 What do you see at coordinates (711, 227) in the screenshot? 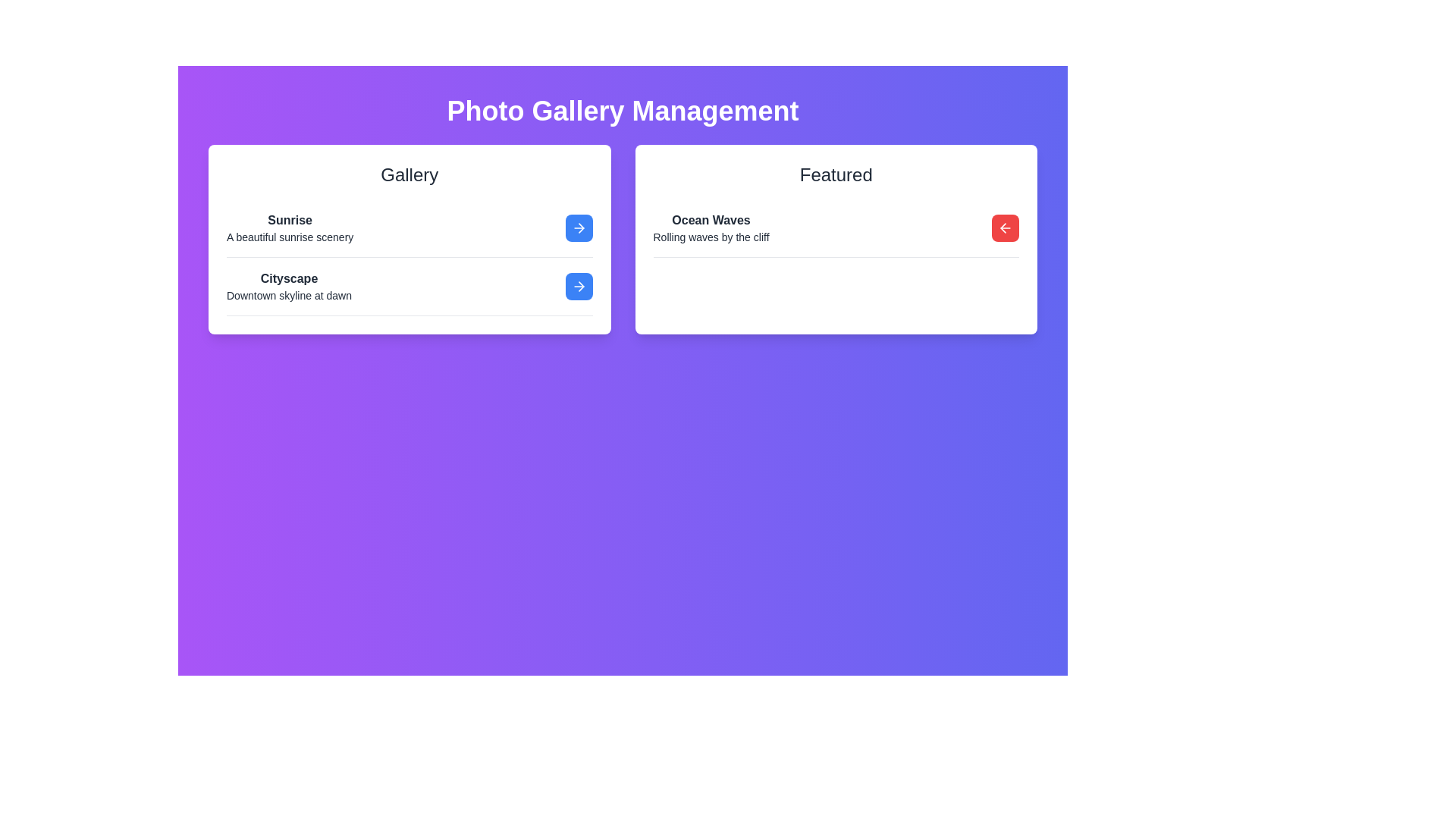
I see `the text block titled 'Ocean Waves' with the subtitle 'Rolling waves by the cliff' located in the 'Featured' section, positioned to the left of a red button with an arrow icon` at bounding box center [711, 227].